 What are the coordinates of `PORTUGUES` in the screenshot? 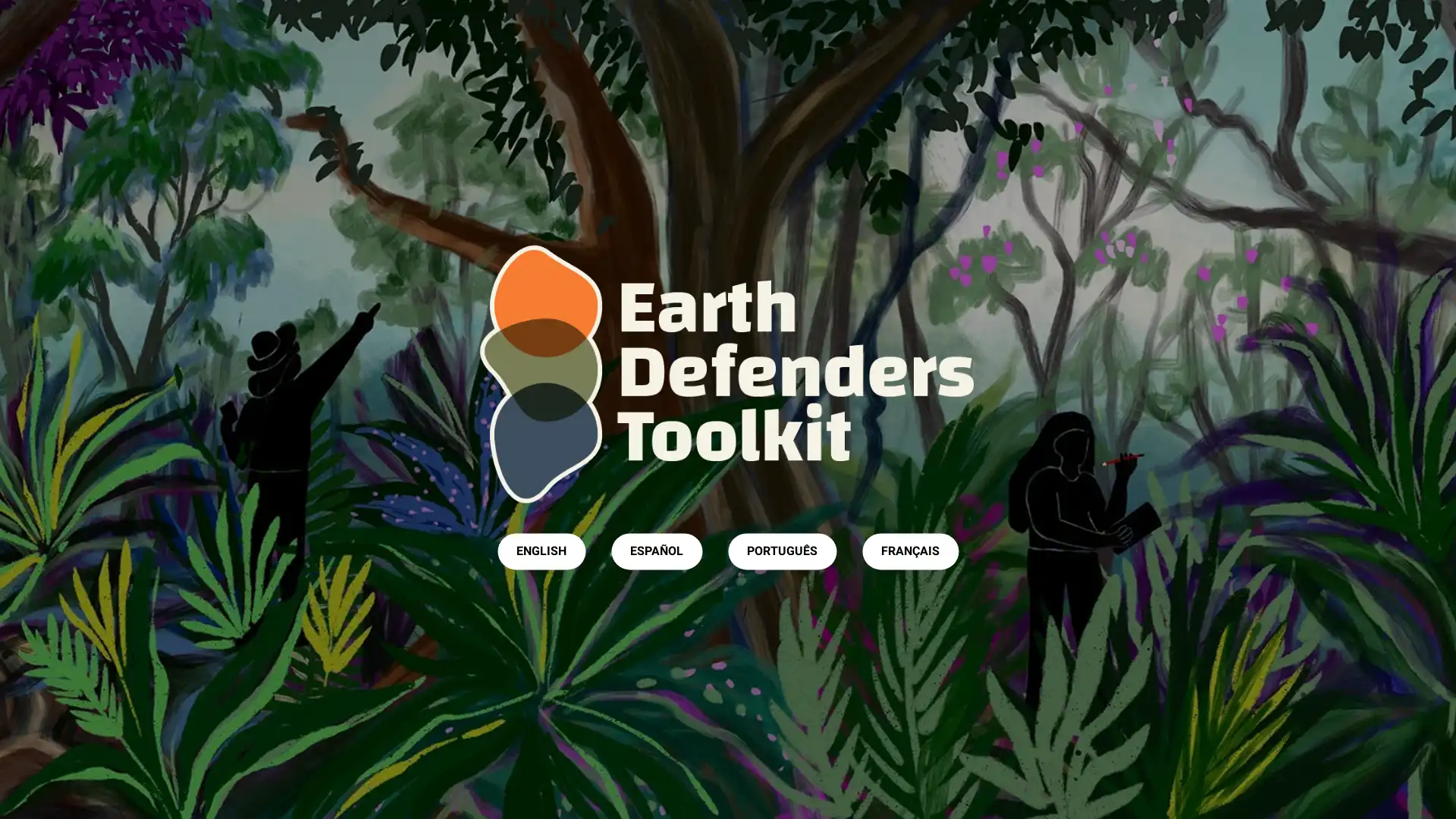 It's located at (782, 551).